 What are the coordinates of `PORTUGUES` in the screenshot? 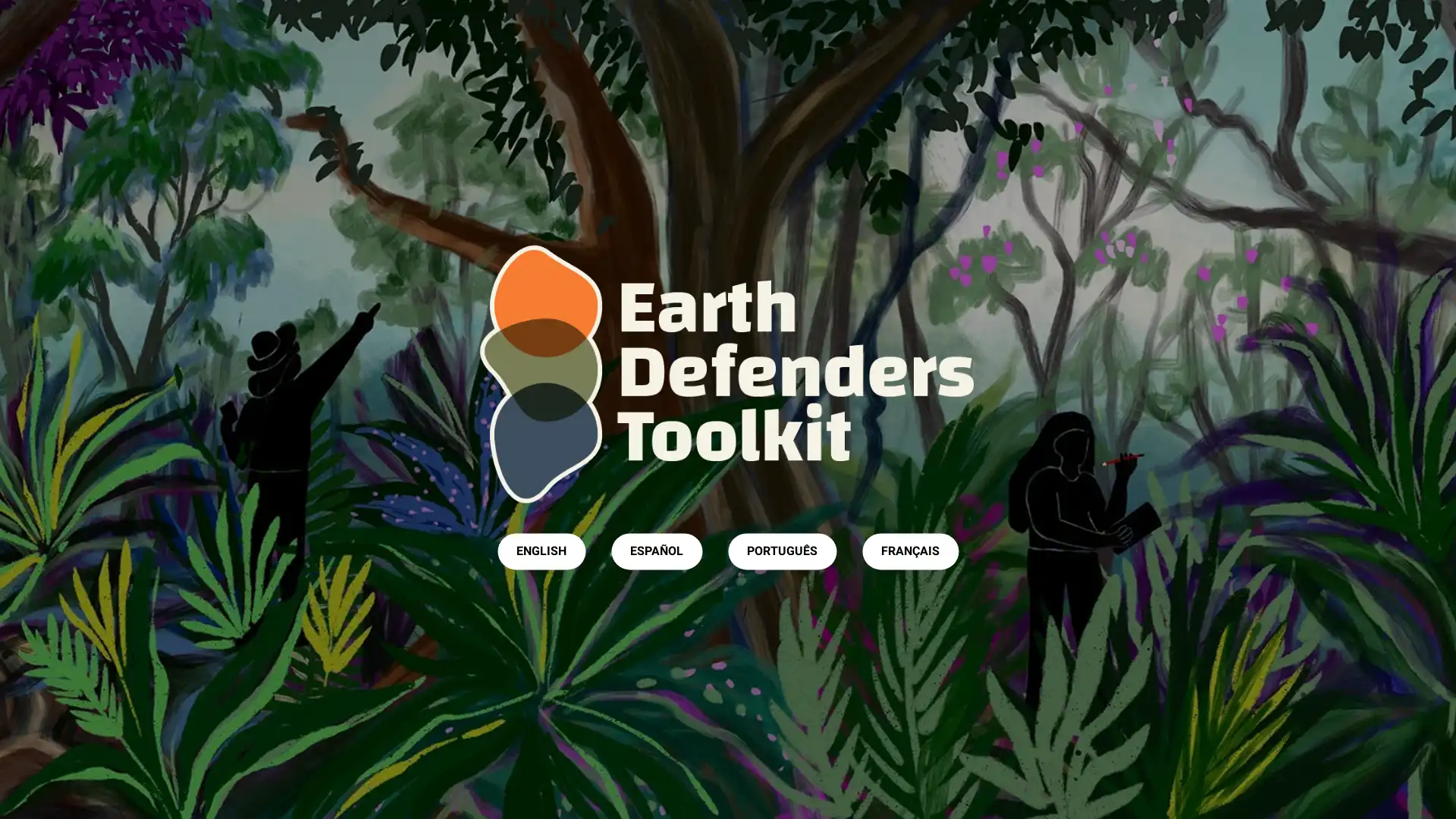 It's located at (782, 551).